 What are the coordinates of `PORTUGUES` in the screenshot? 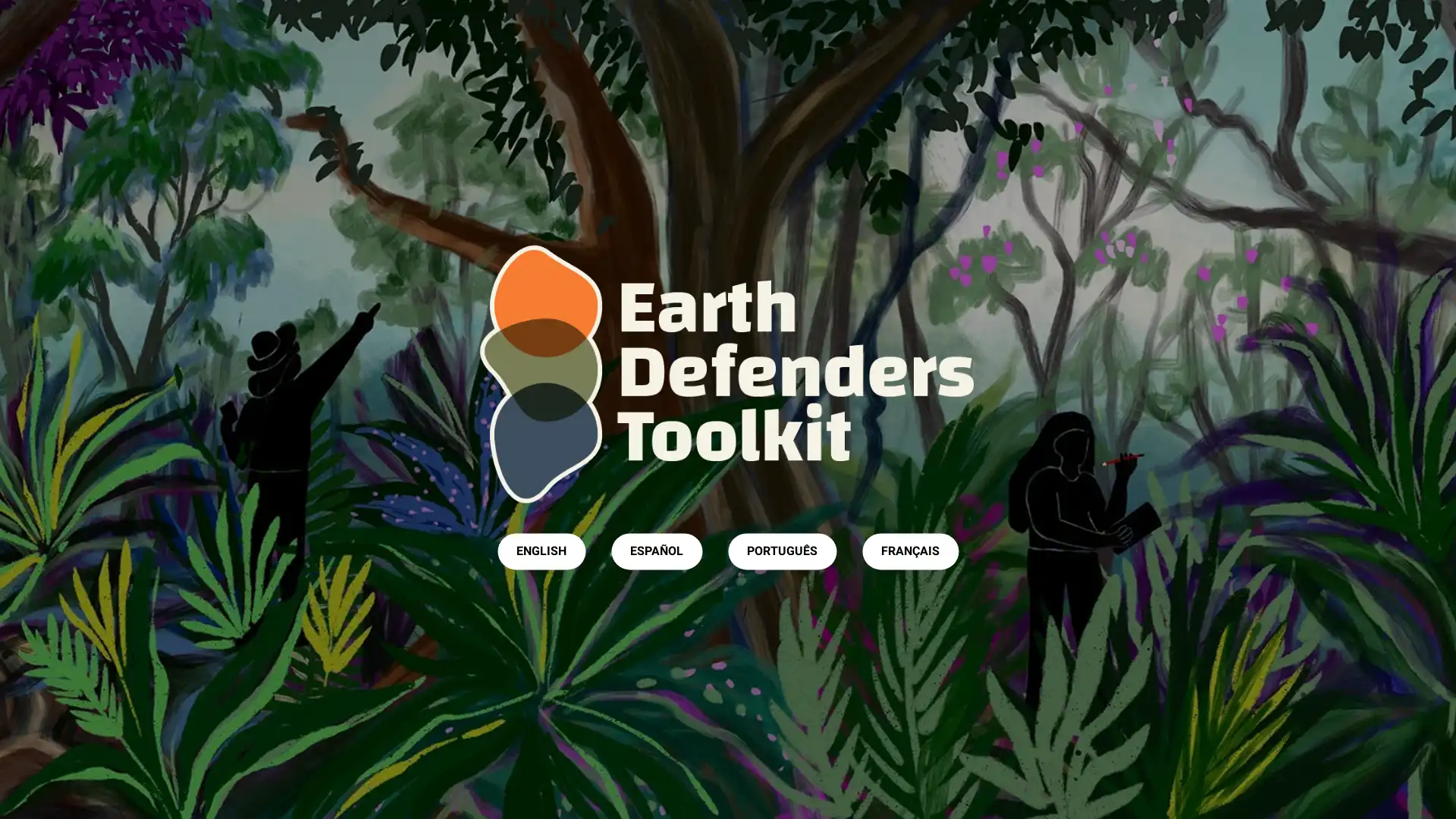 It's located at (782, 551).